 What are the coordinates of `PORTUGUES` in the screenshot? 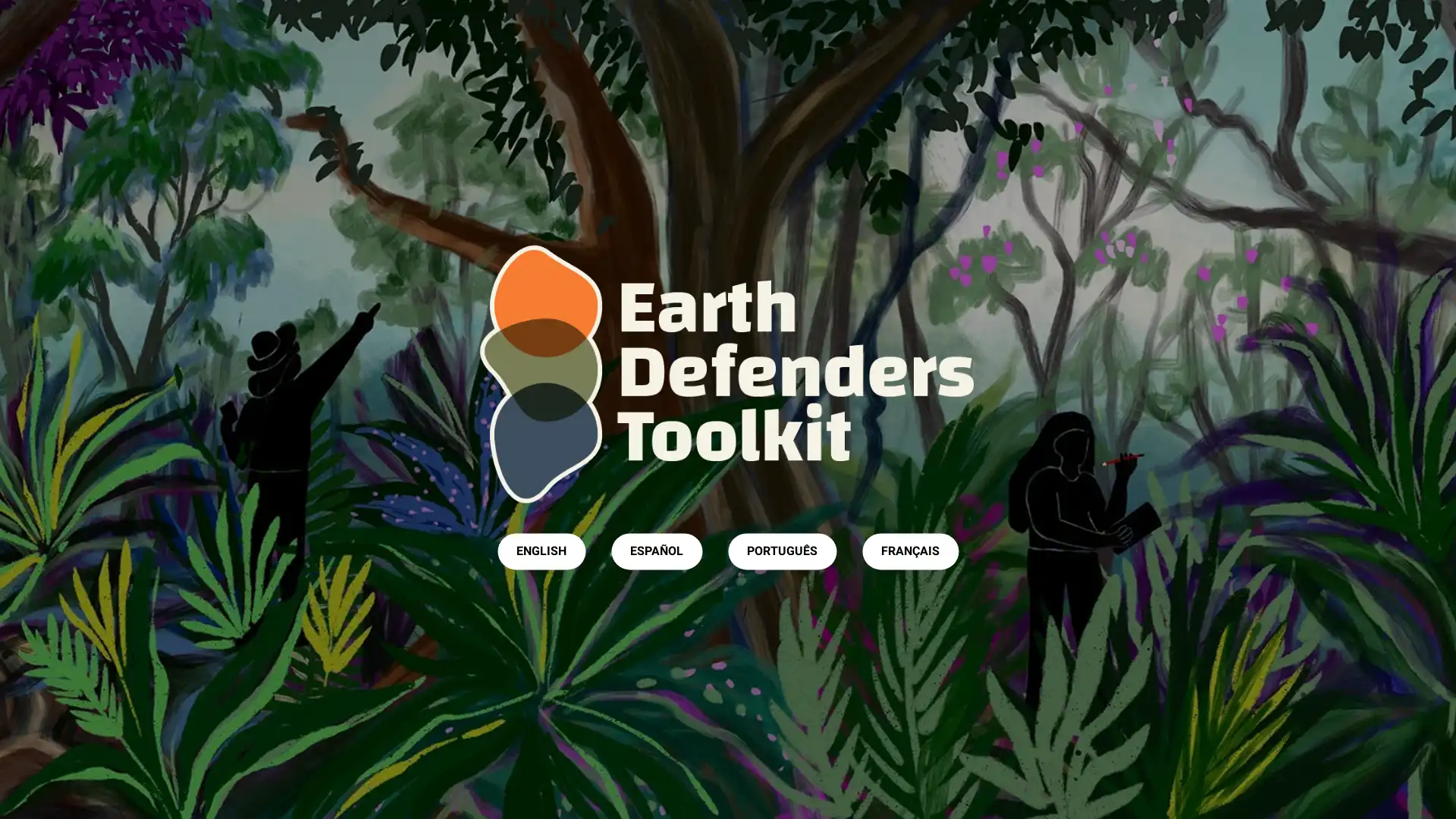 It's located at (782, 551).